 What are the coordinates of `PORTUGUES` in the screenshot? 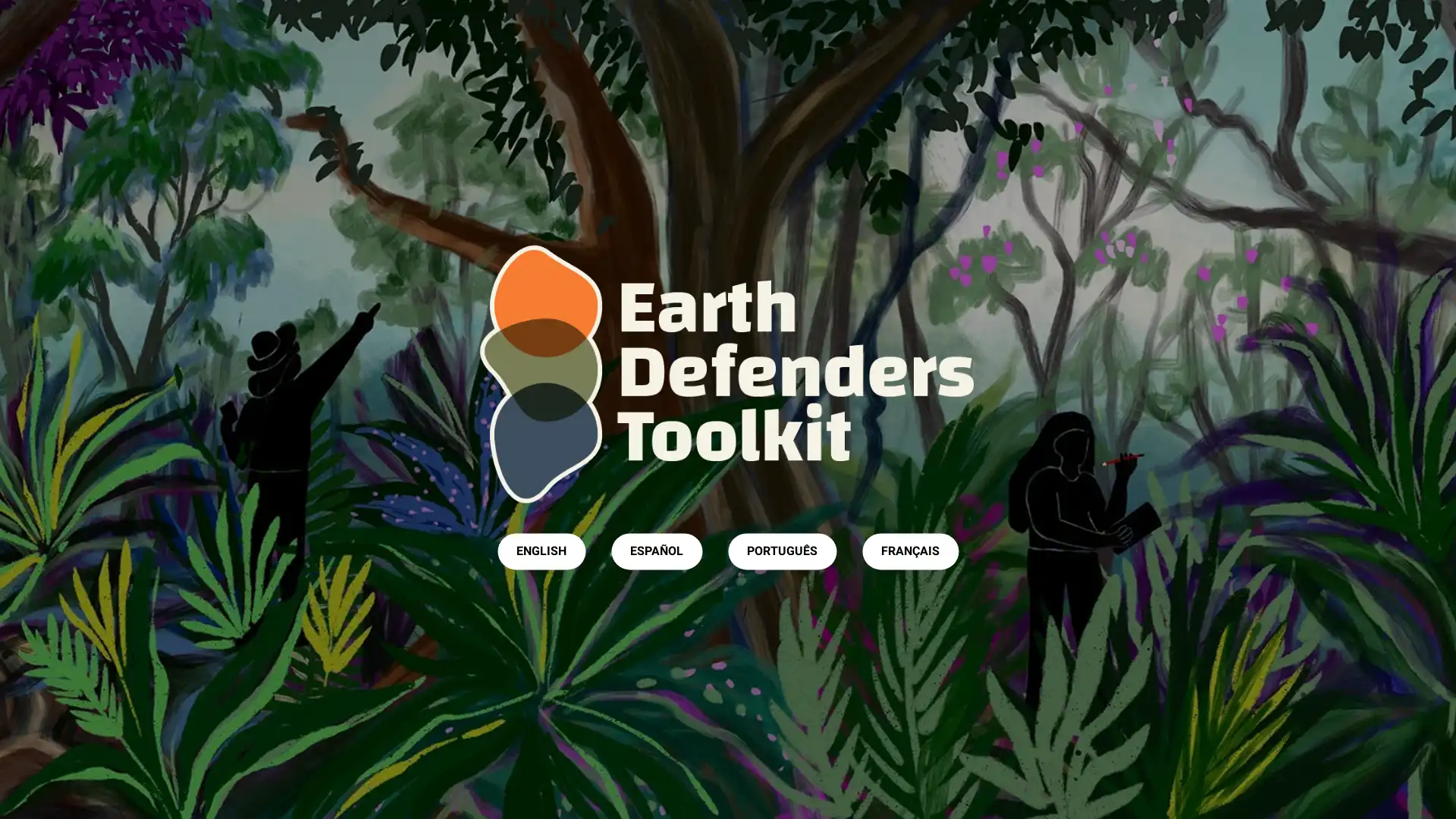 It's located at (782, 551).